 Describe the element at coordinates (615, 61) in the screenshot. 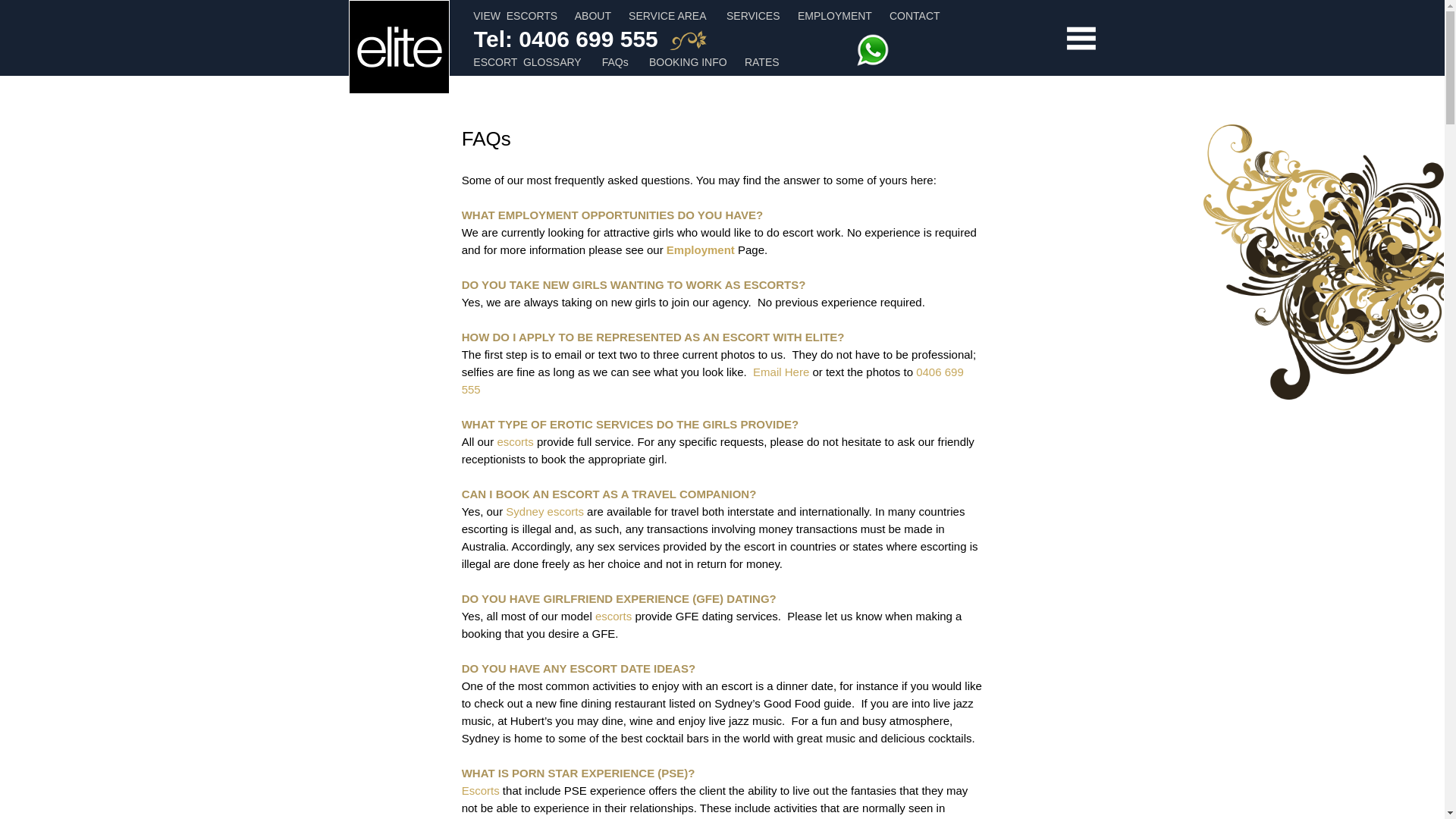

I see `'FAQs'` at that location.